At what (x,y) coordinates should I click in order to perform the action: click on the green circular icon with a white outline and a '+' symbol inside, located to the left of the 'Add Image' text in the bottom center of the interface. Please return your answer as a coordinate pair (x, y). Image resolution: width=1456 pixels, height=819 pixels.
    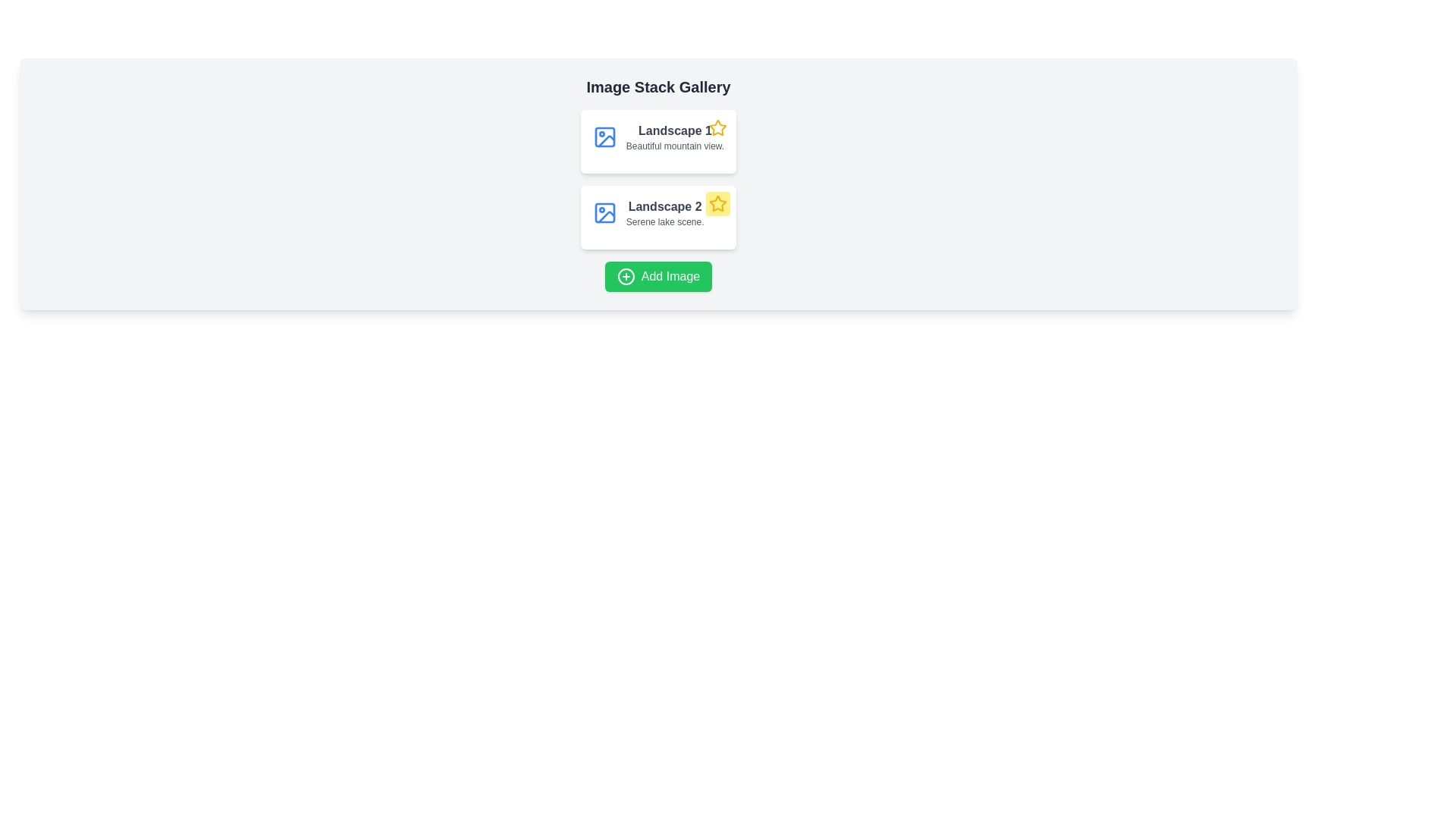
    Looking at the image, I should click on (626, 277).